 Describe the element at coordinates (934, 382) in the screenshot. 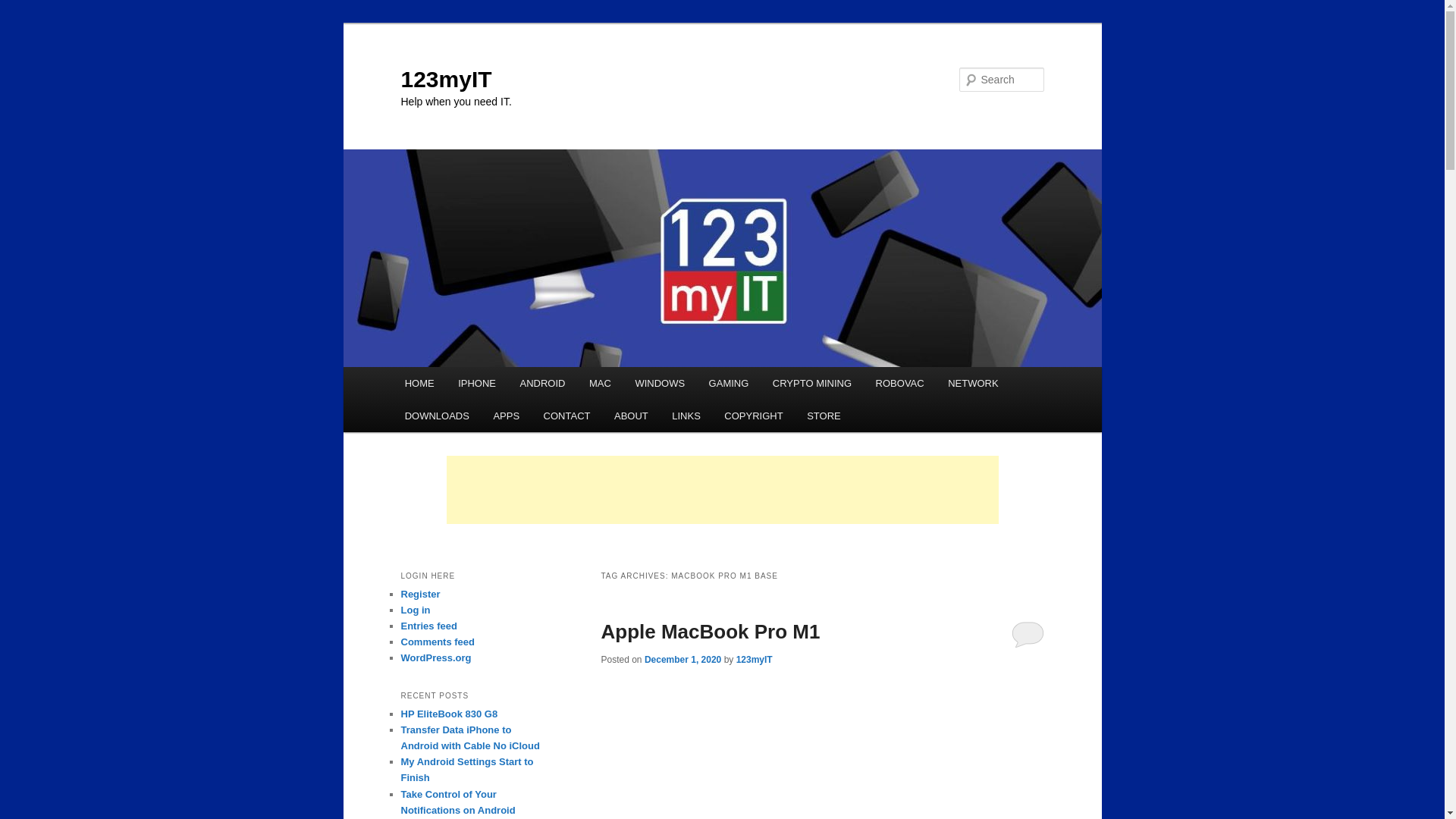

I see `'NETWORK'` at that location.